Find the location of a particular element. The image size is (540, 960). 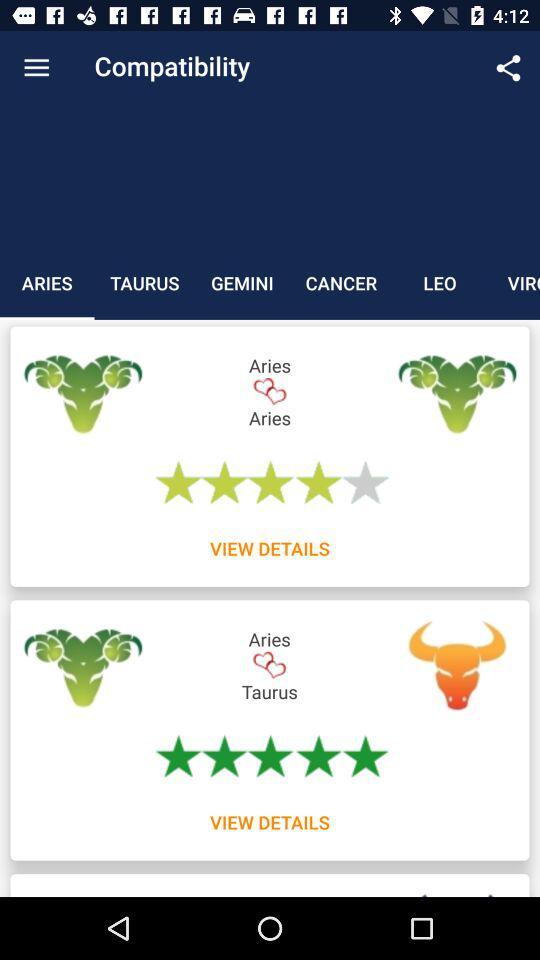

the label below aries is located at coordinates (81, 391).